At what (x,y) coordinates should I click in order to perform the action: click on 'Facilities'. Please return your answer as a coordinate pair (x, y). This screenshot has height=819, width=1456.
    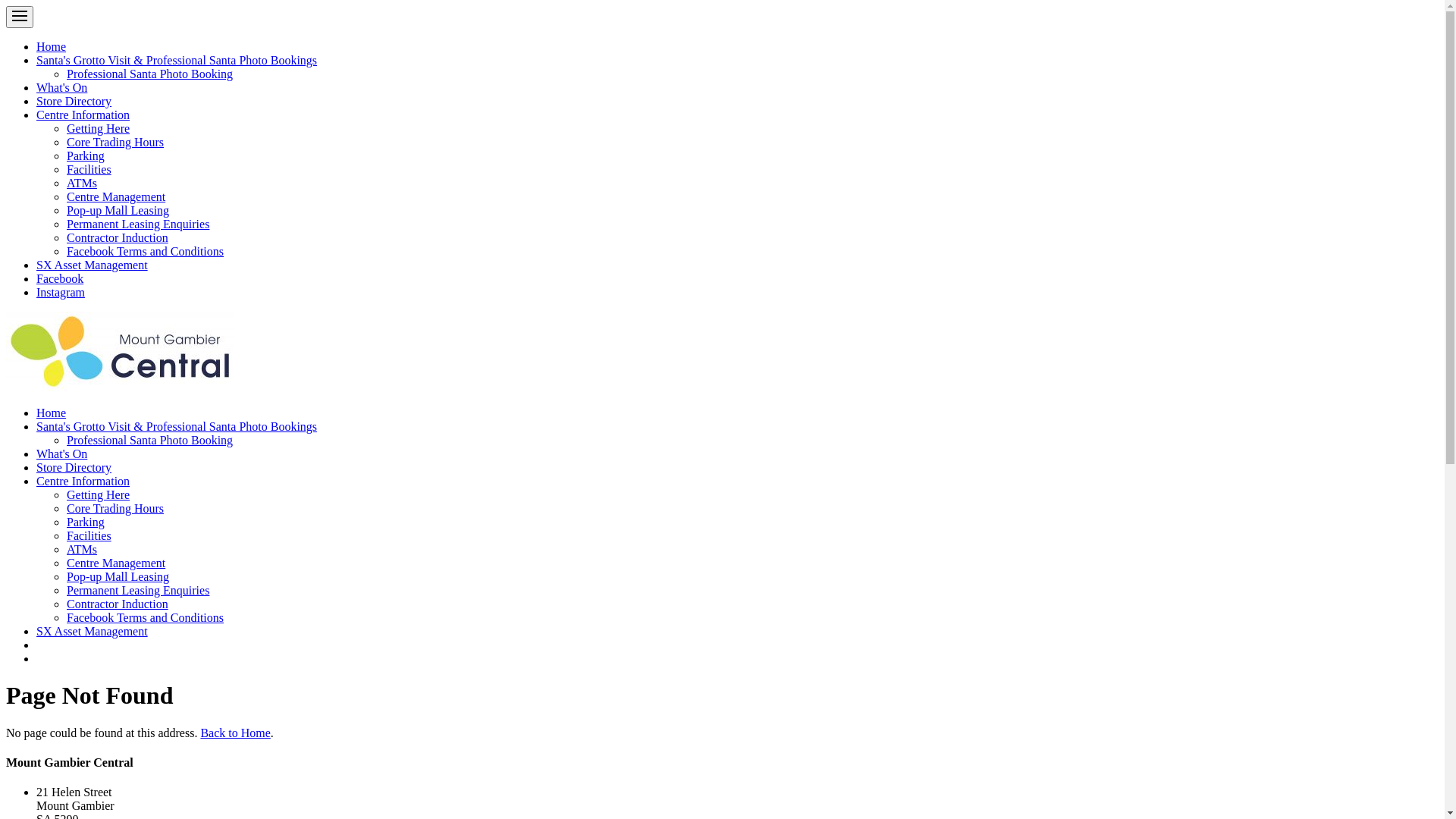
    Looking at the image, I should click on (65, 169).